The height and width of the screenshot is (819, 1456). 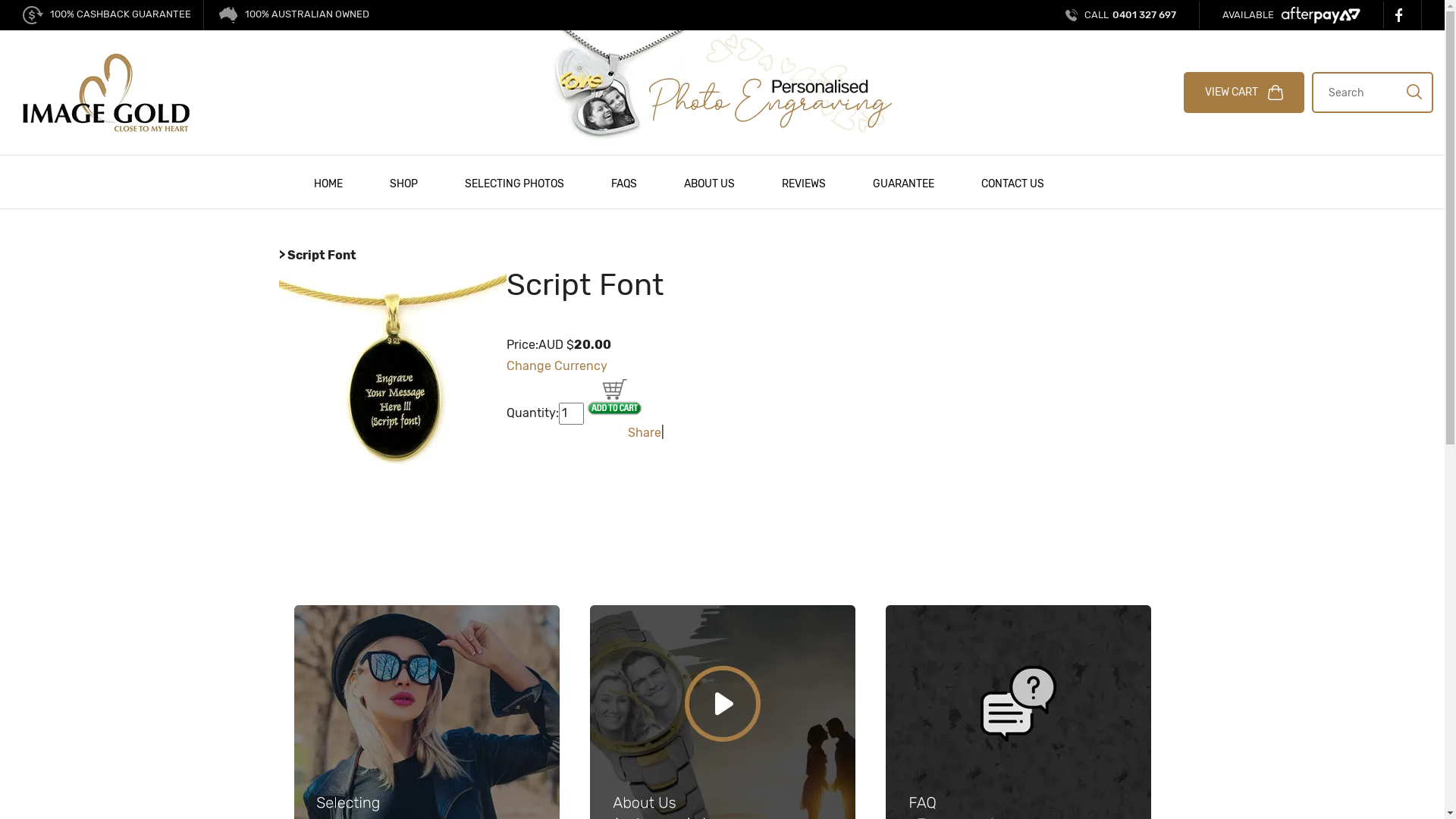 What do you see at coordinates (708, 181) in the screenshot?
I see `'ABOUT US'` at bounding box center [708, 181].